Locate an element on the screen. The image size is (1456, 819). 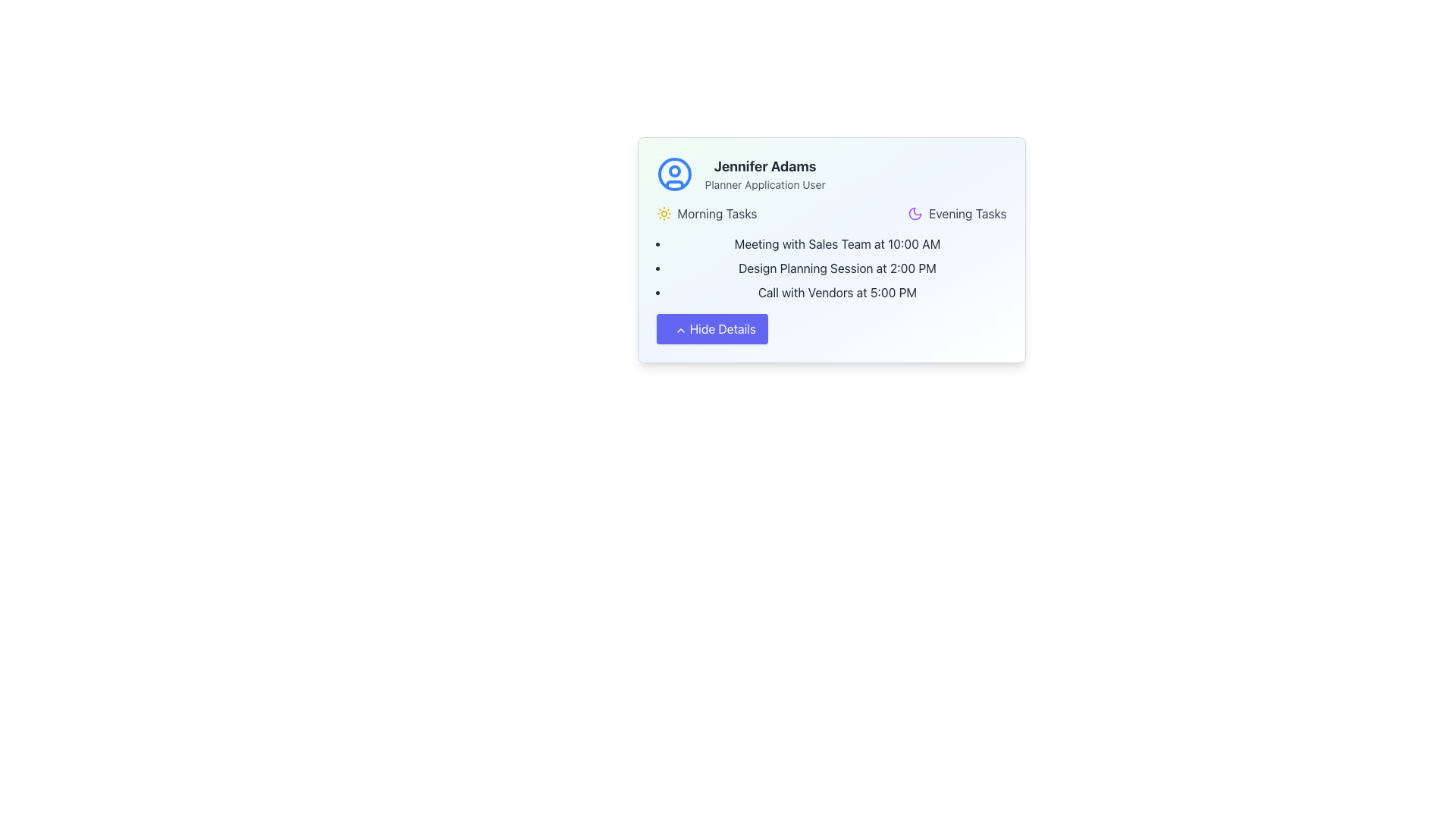
the 'Morning Tasks' text label is located at coordinates (716, 213).